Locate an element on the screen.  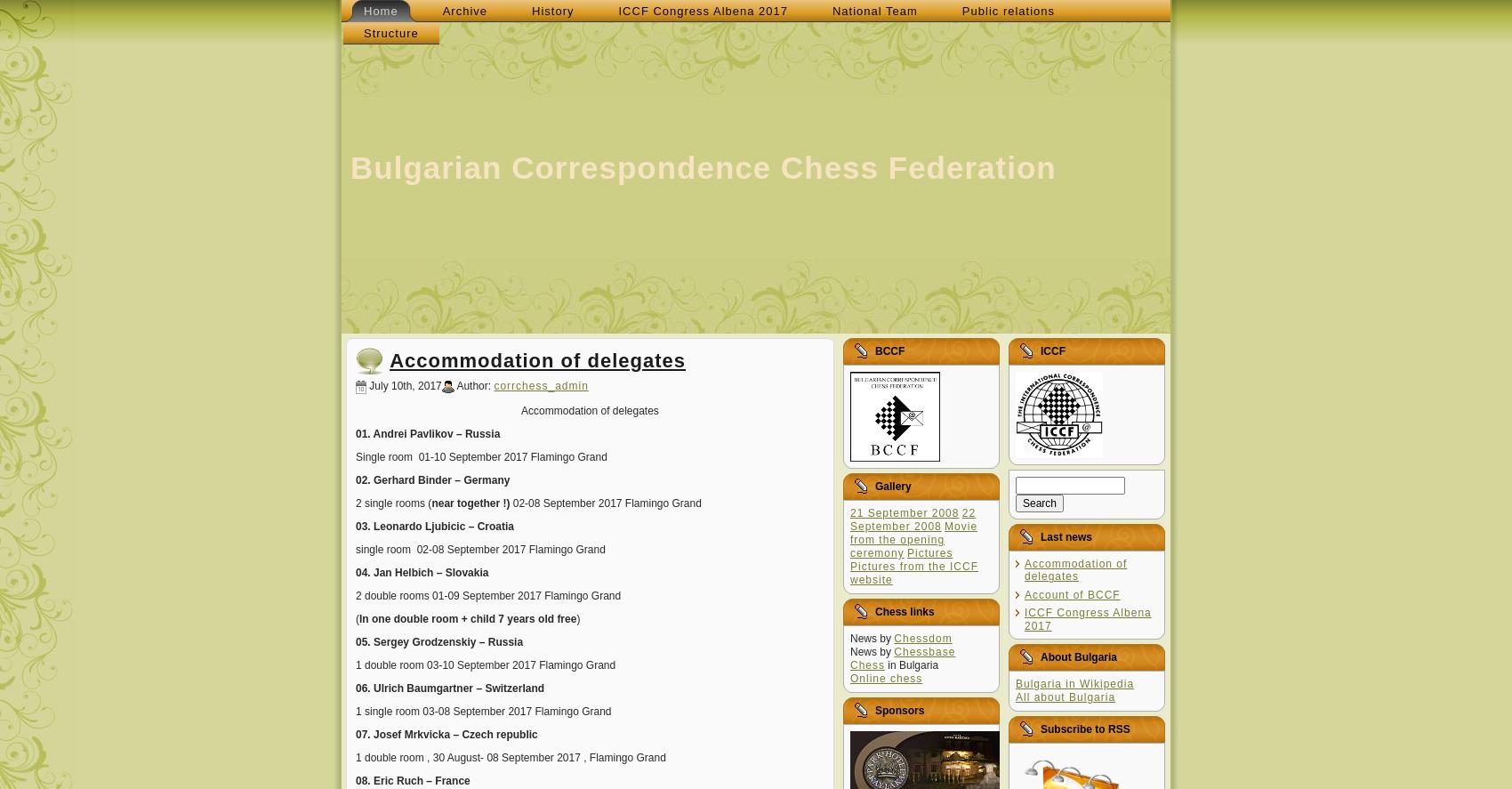
'd=document;
d.write('' is located at coordinates (669, 60).